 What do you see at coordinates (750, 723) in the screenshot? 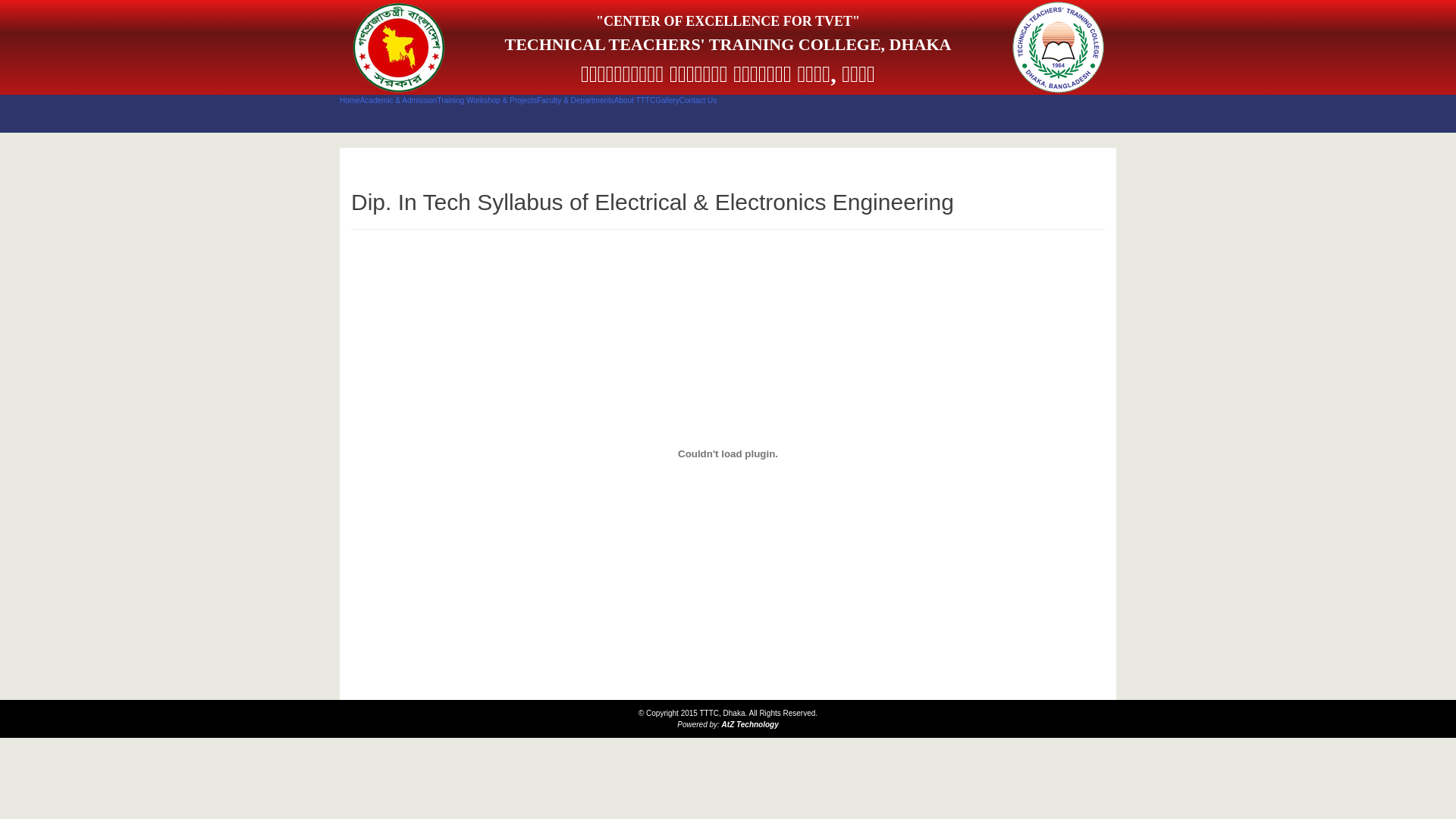
I see `'AtZ Technology'` at bounding box center [750, 723].